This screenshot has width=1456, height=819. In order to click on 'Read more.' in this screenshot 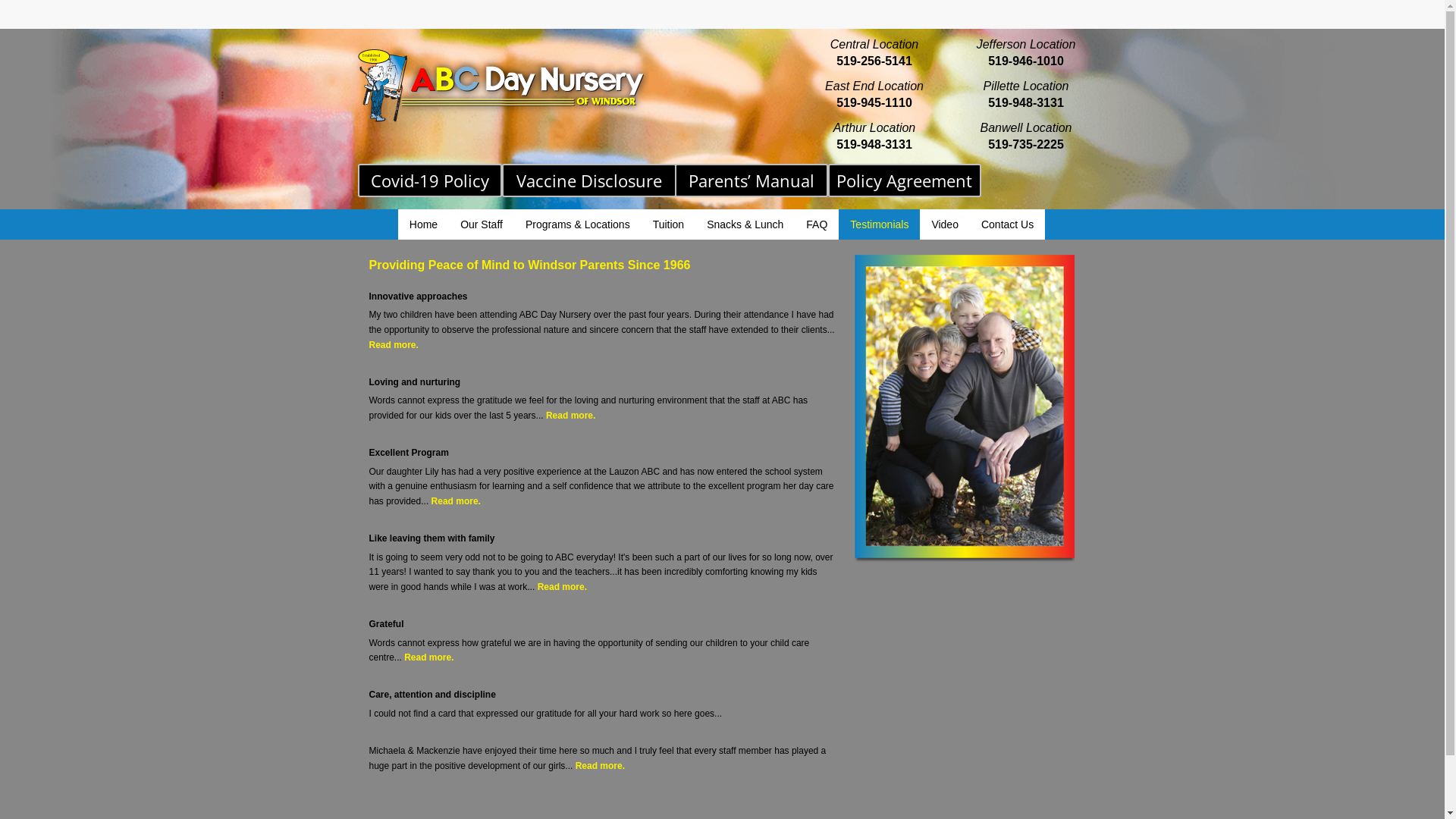, I will do `click(393, 345)`.